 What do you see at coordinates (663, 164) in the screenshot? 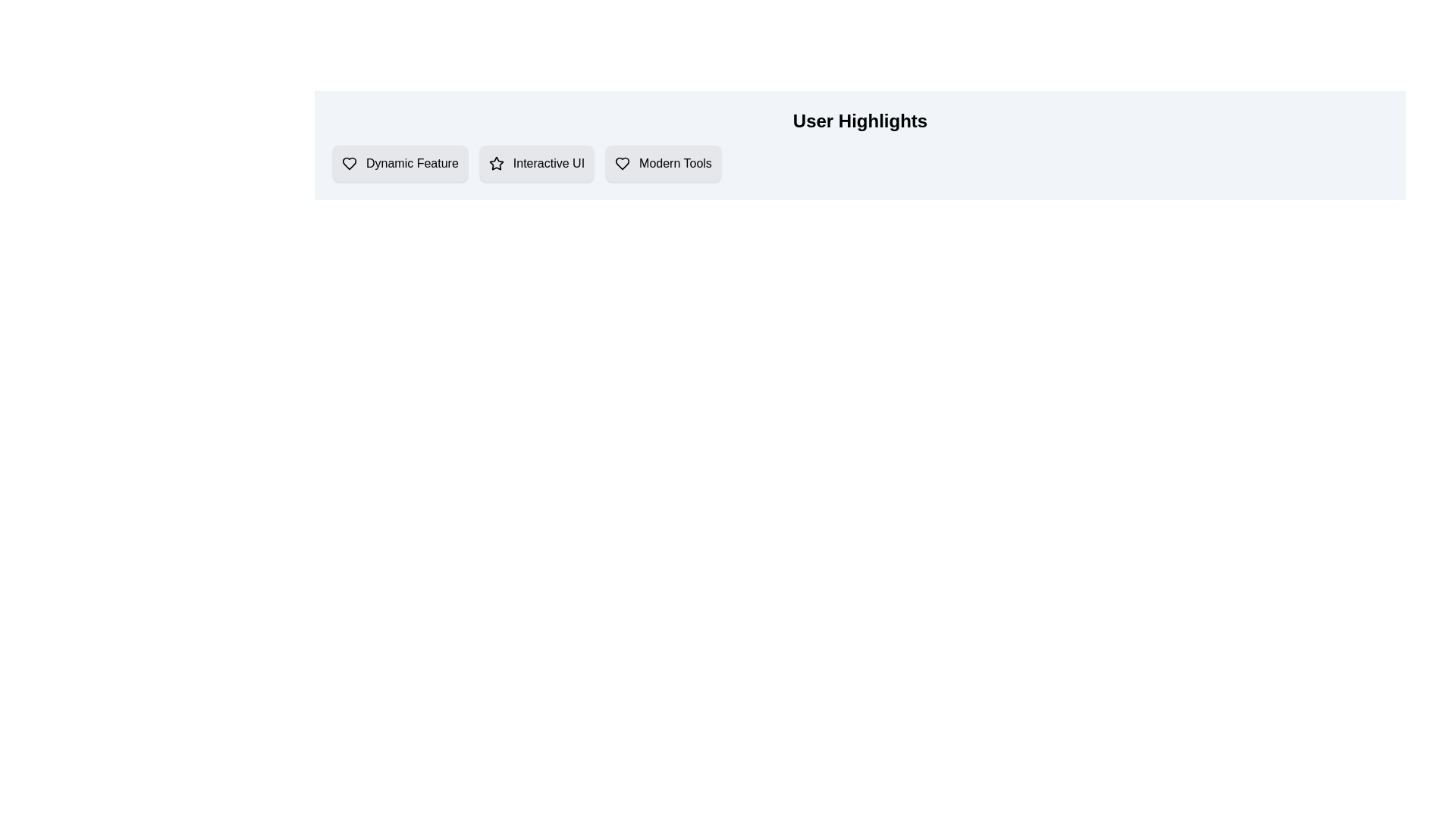
I see `the item labeled 'Modern Tools'` at bounding box center [663, 164].